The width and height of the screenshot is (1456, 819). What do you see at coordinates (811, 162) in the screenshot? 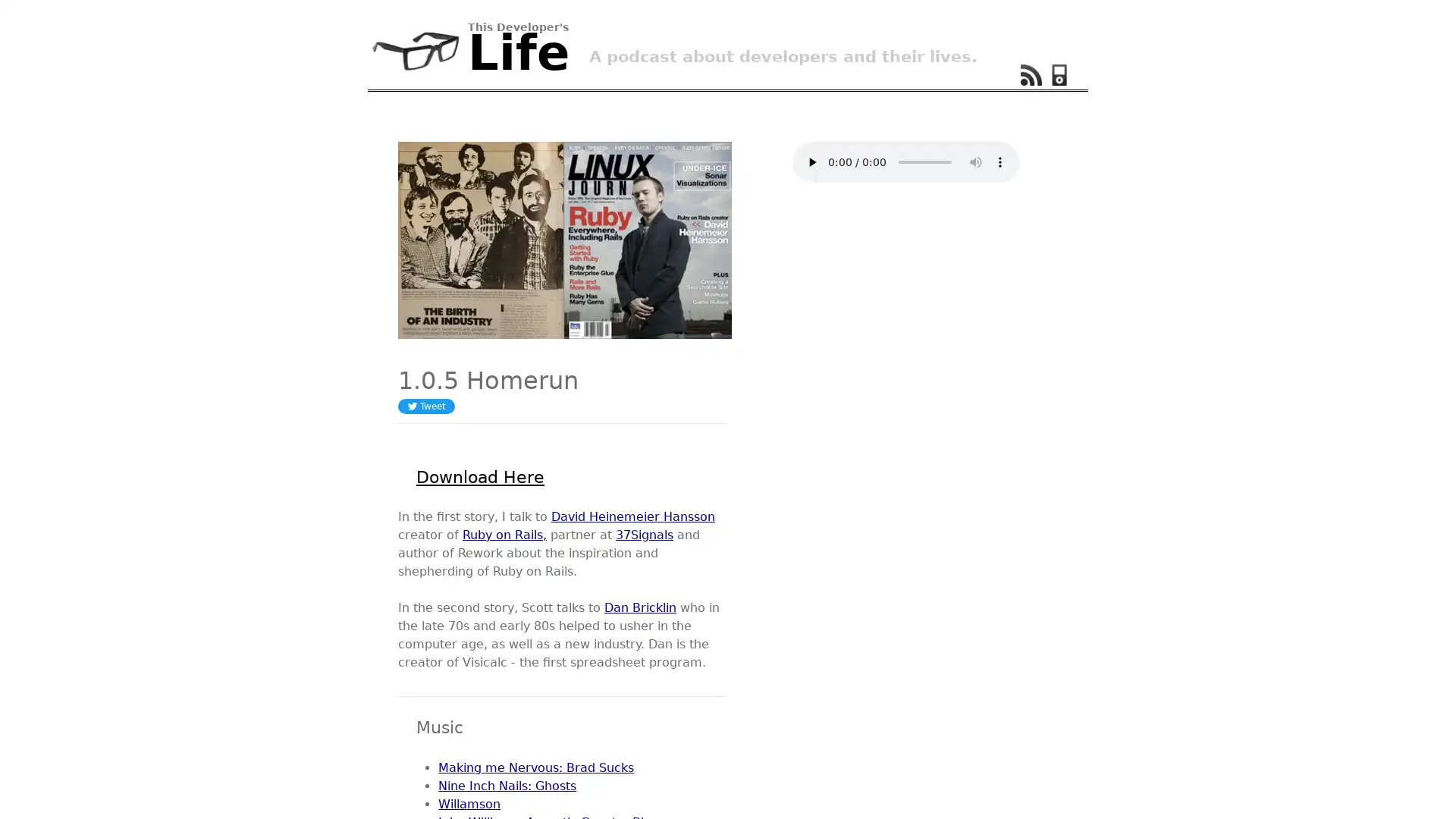
I see `play` at bounding box center [811, 162].